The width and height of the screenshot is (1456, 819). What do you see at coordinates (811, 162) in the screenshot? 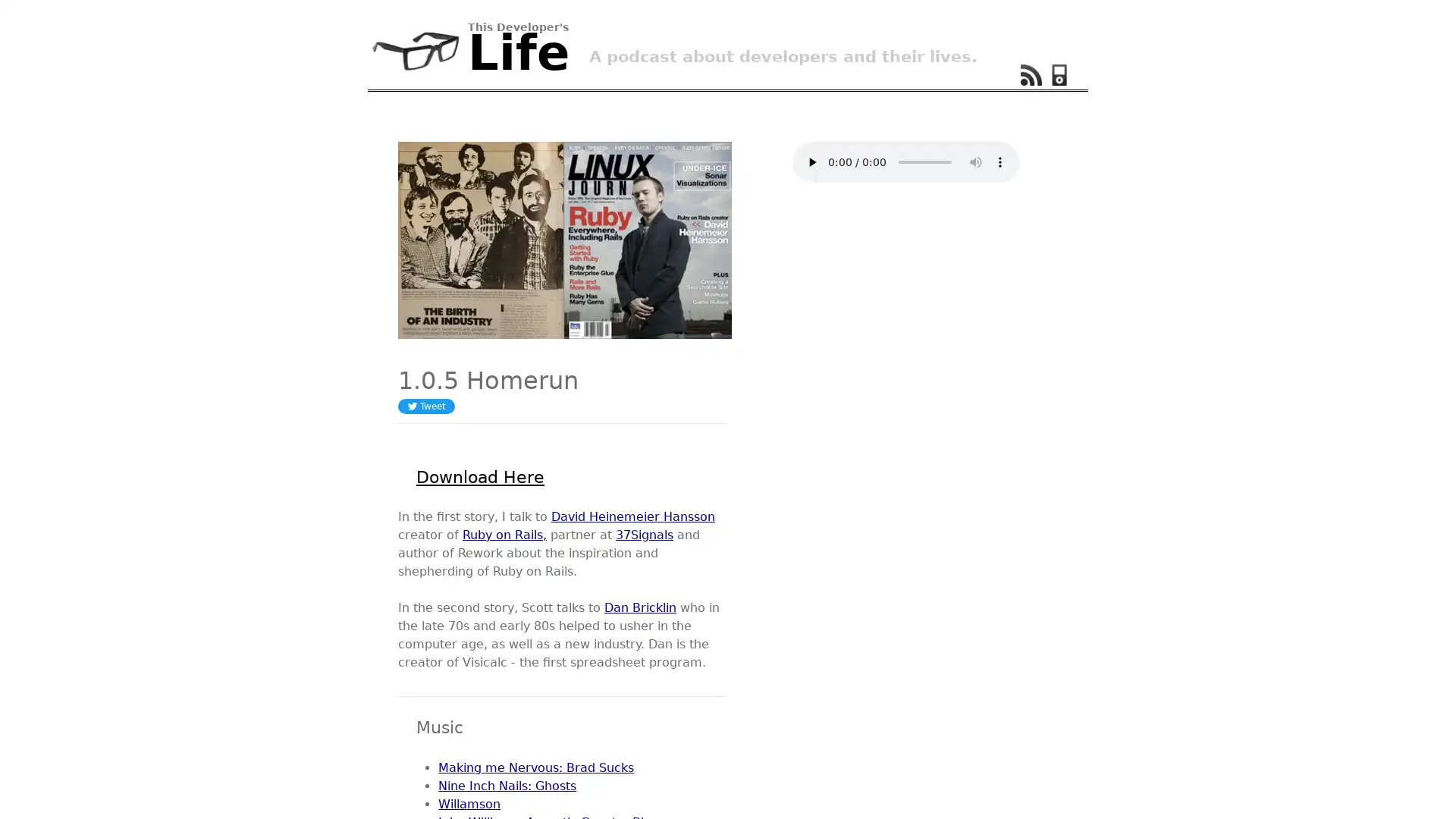
I see `play` at bounding box center [811, 162].